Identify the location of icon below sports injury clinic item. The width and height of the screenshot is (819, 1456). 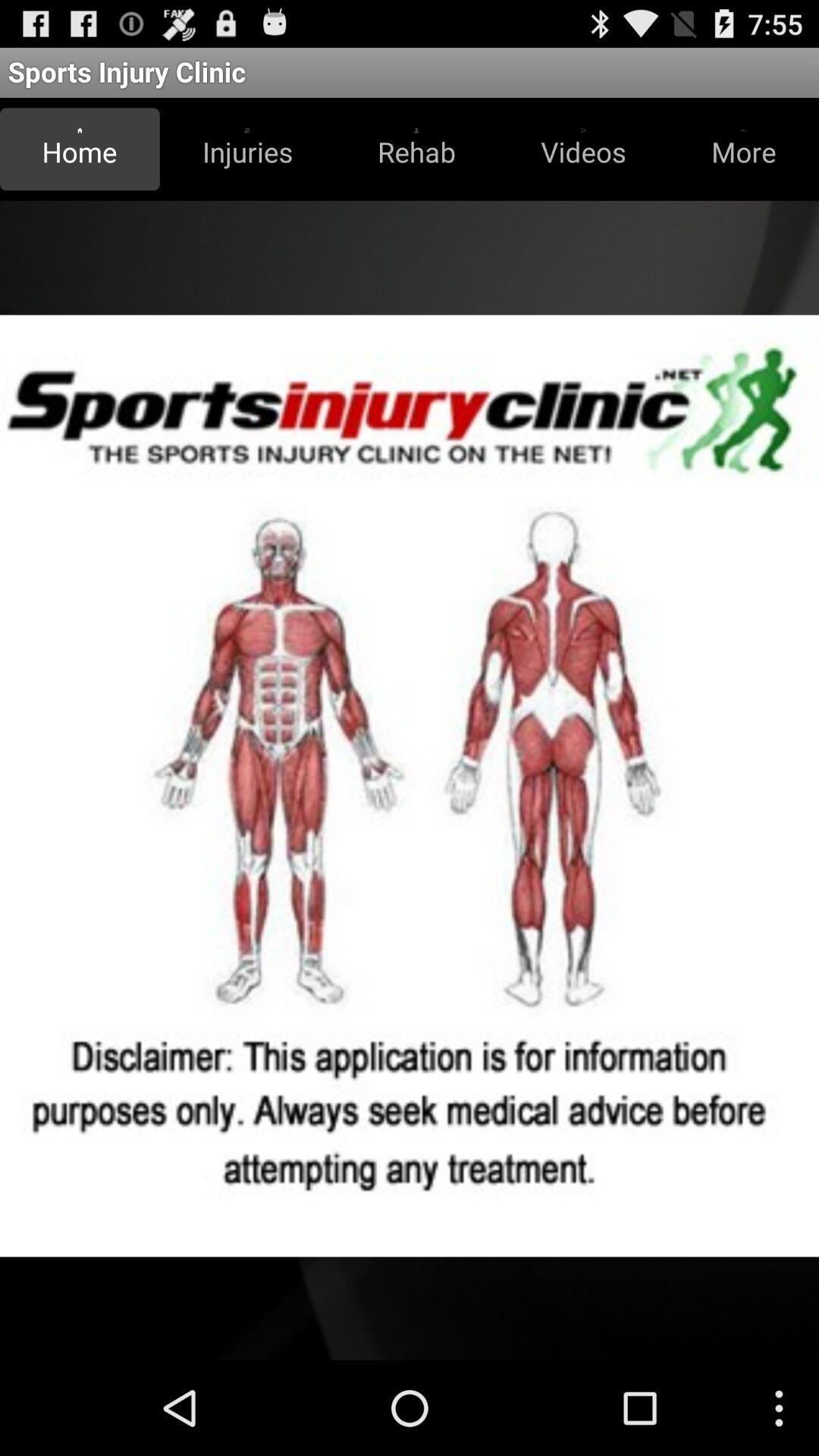
(80, 149).